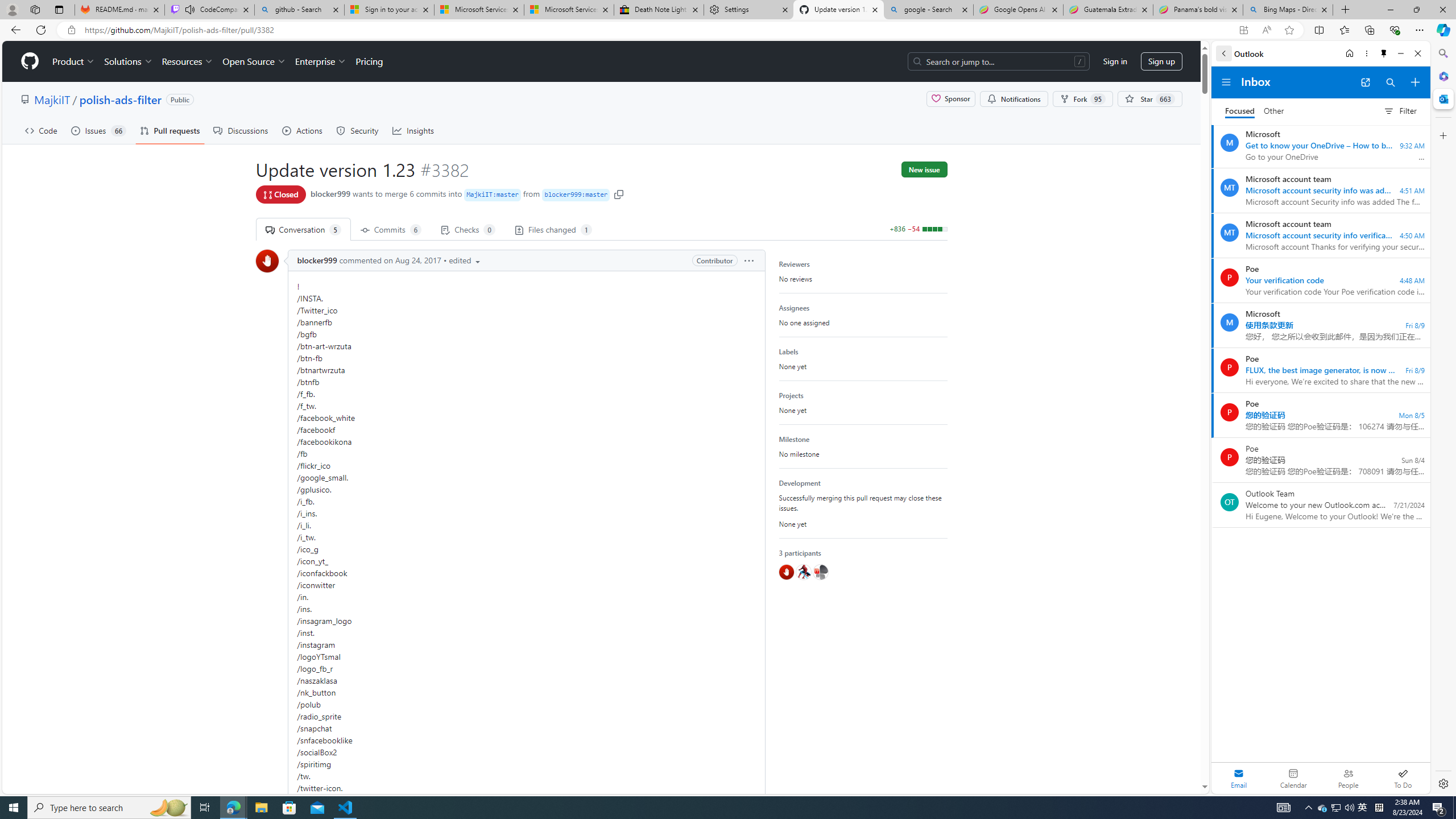 The height and width of the screenshot is (819, 1456). What do you see at coordinates (120, 98) in the screenshot?
I see `'polish-ads-filter'` at bounding box center [120, 98].